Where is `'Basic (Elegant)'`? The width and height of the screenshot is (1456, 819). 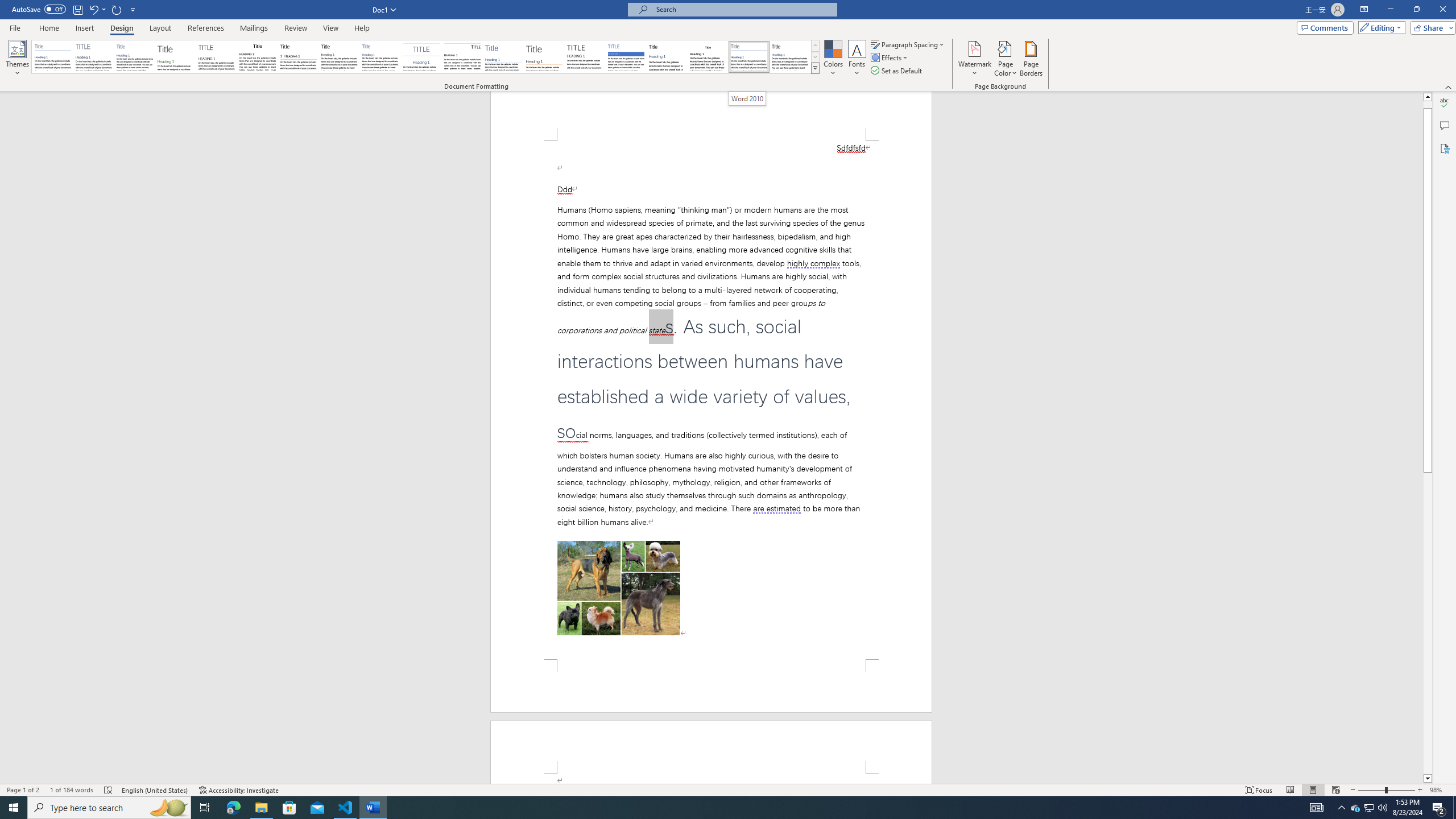
'Basic (Elegant)' is located at coordinates (93, 56).